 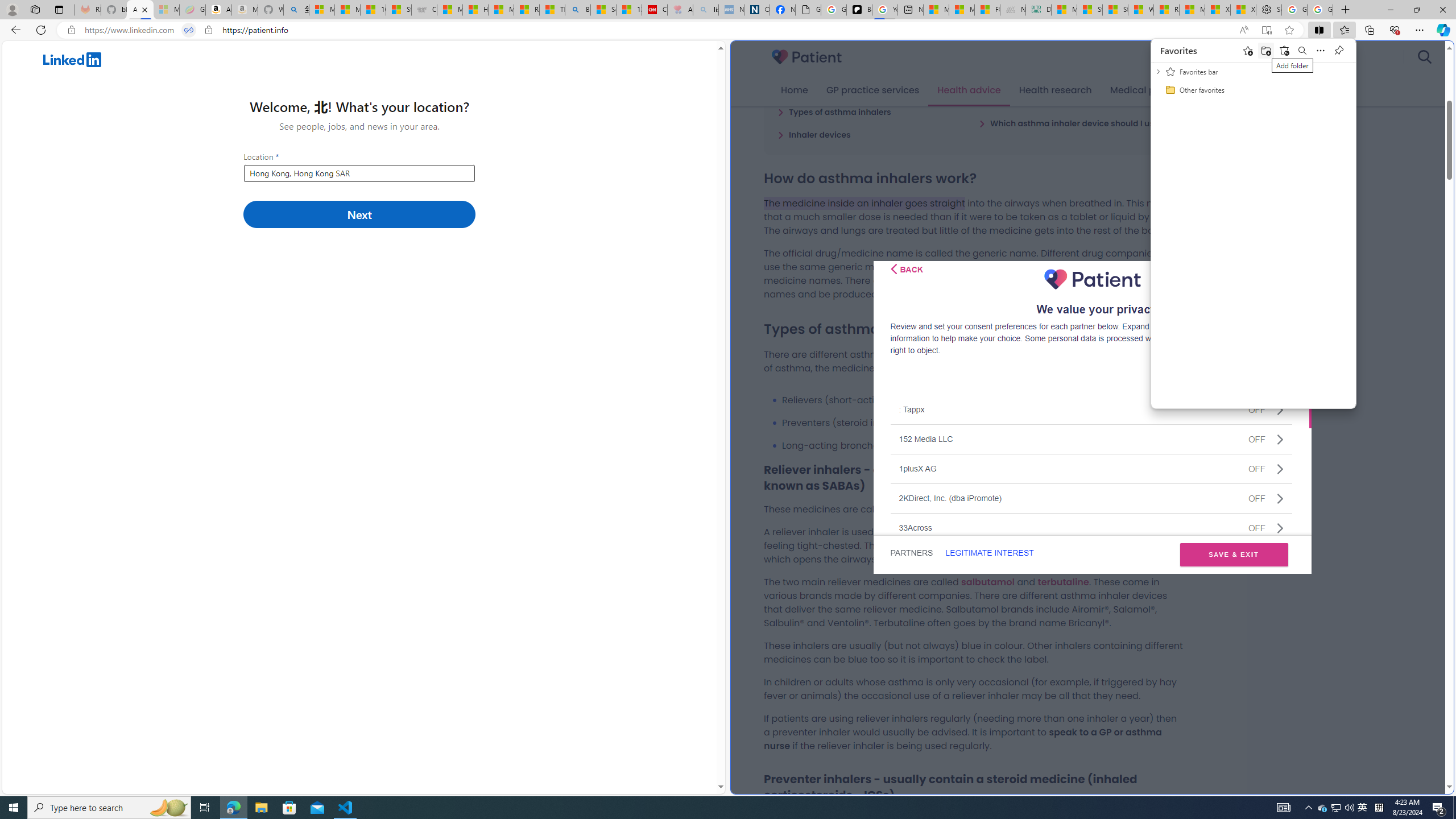 What do you see at coordinates (987, 581) in the screenshot?
I see `'salbutamol'` at bounding box center [987, 581].